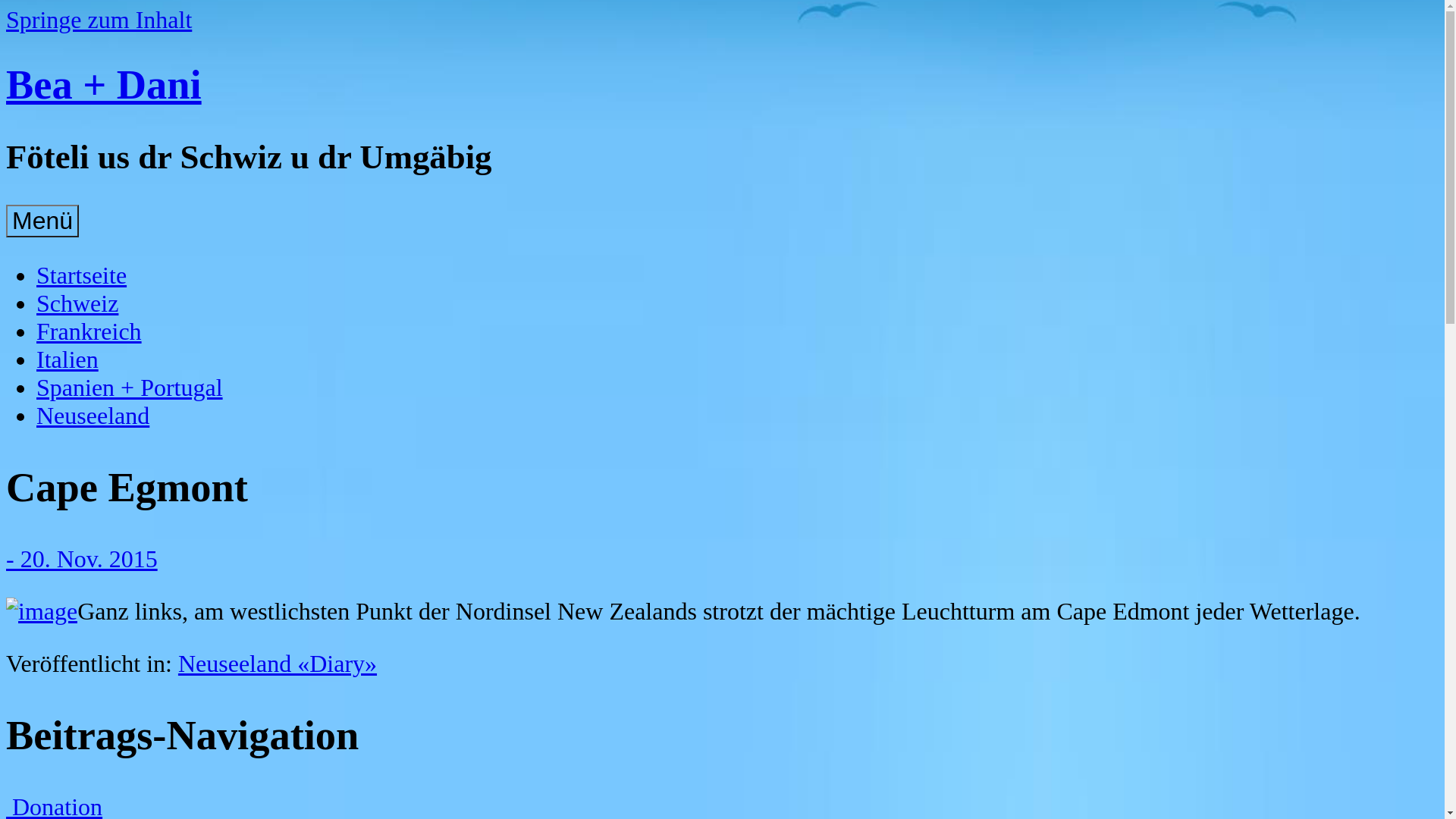 This screenshot has width=1456, height=819. What do you see at coordinates (130, 386) in the screenshot?
I see `'Spanien + Portugal'` at bounding box center [130, 386].